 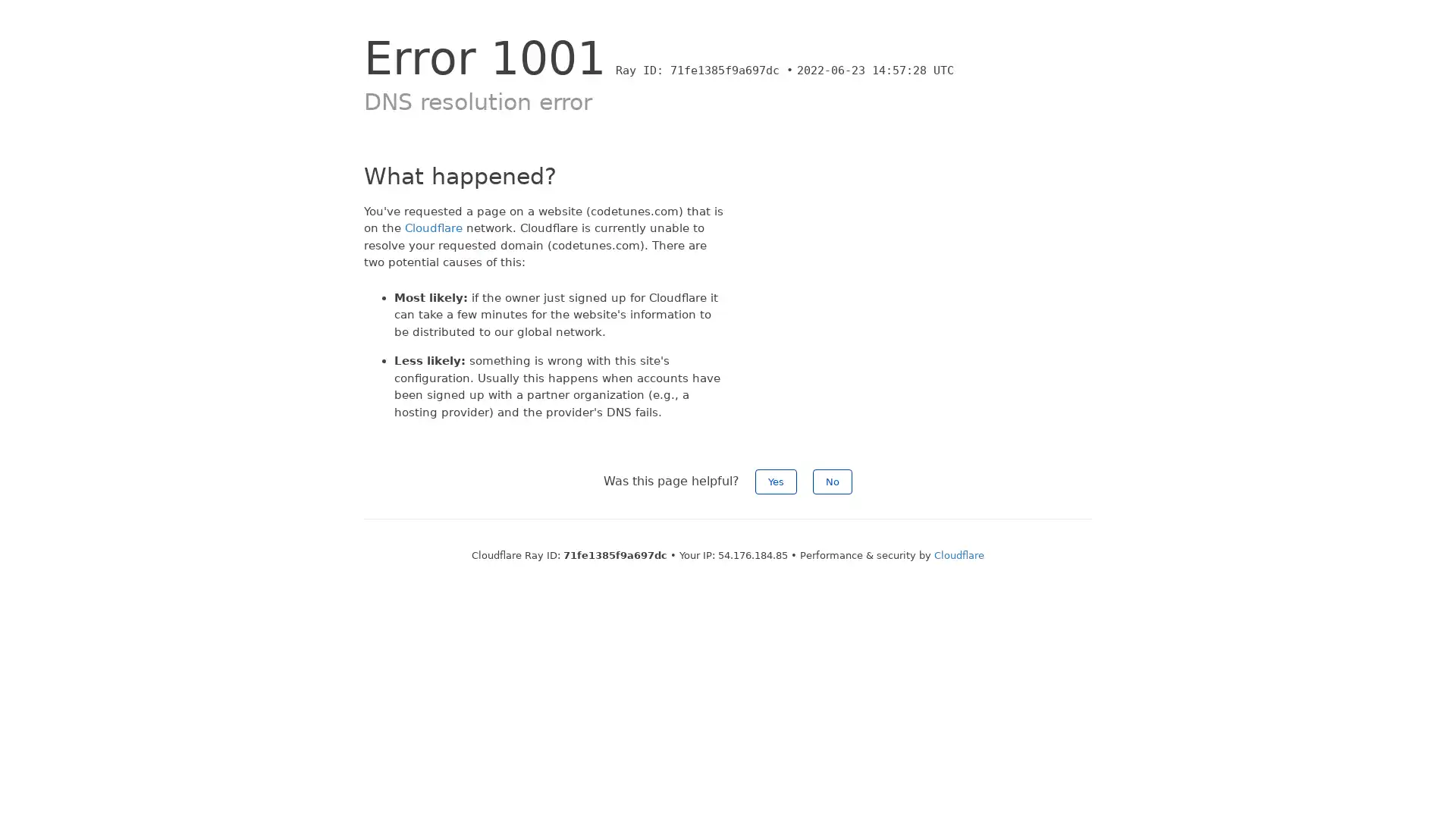 I want to click on Yes, so click(x=776, y=482).